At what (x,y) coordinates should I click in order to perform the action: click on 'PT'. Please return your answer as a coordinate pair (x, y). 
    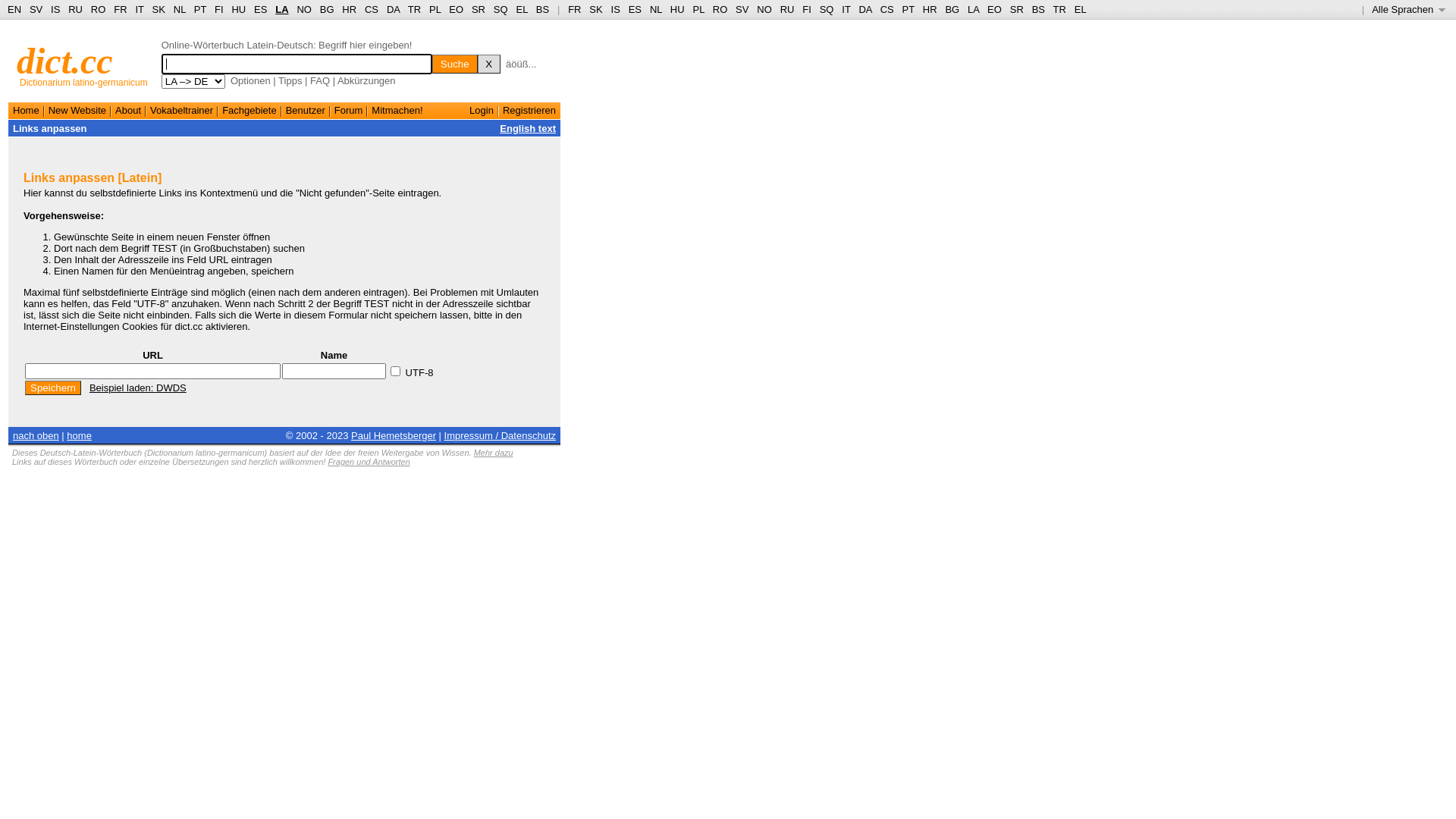
    Looking at the image, I should click on (902, 9).